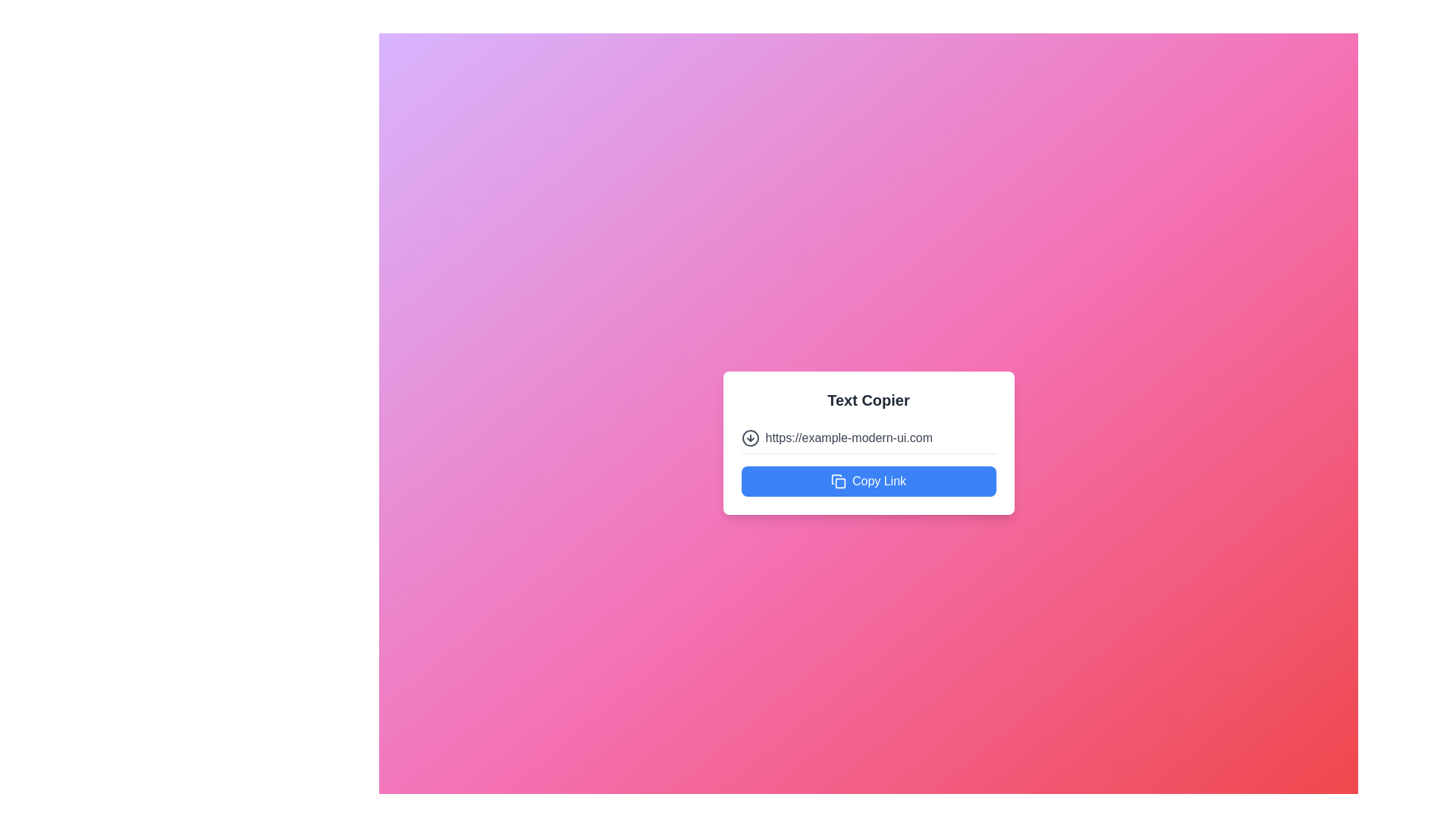  Describe the element at coordinates (750, 438) in the screenshot. I see `the icon situated to the far left of a horizontal arrangement, which indicates downward navigation or downloading, adjacent to a URL text field` at that location.